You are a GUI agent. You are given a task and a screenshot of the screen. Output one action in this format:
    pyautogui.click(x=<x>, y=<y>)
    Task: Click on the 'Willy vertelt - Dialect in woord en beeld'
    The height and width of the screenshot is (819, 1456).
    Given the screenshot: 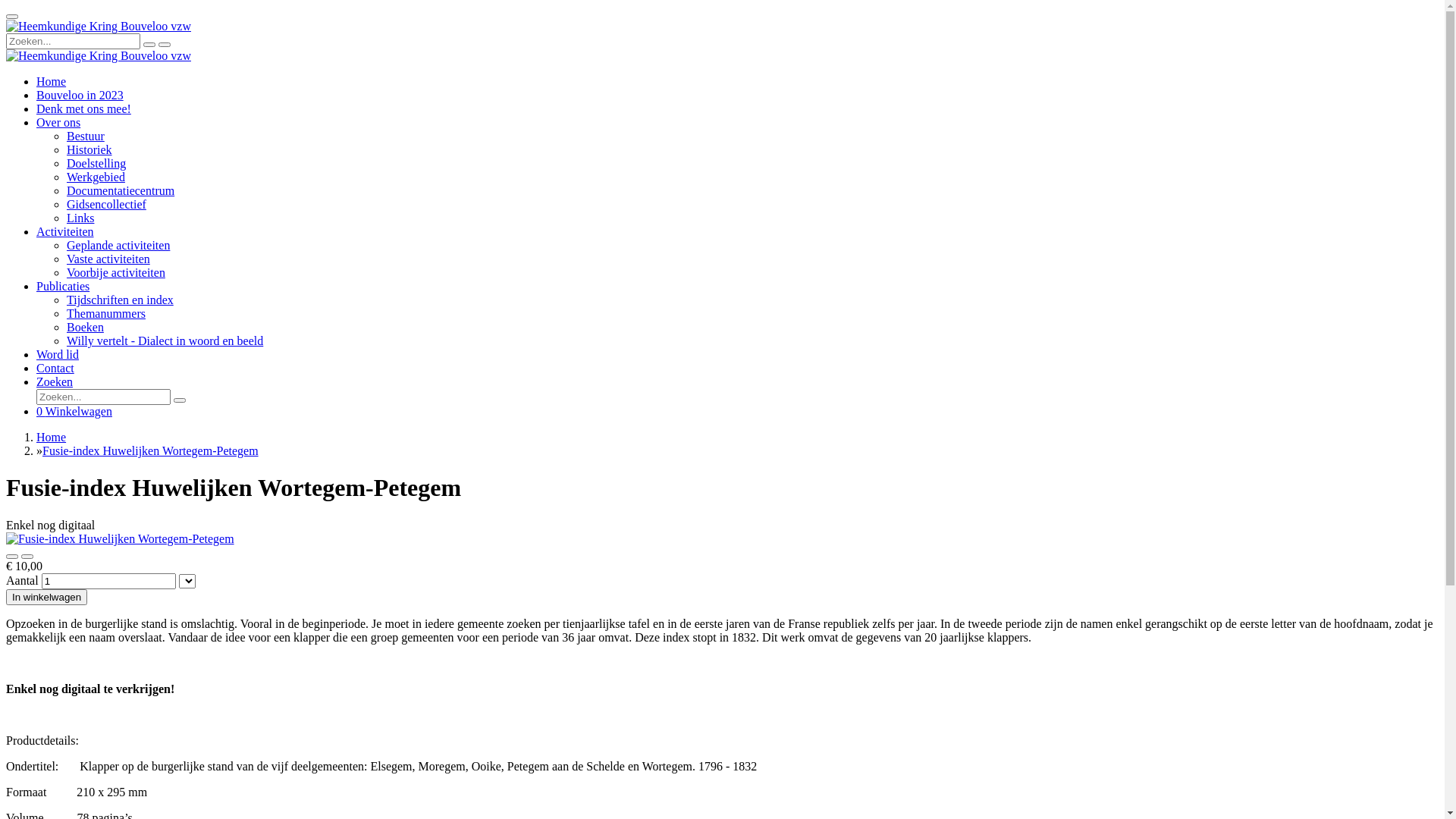 What is the action you would take?
    pyautogui.click(x=65, y=340)
    